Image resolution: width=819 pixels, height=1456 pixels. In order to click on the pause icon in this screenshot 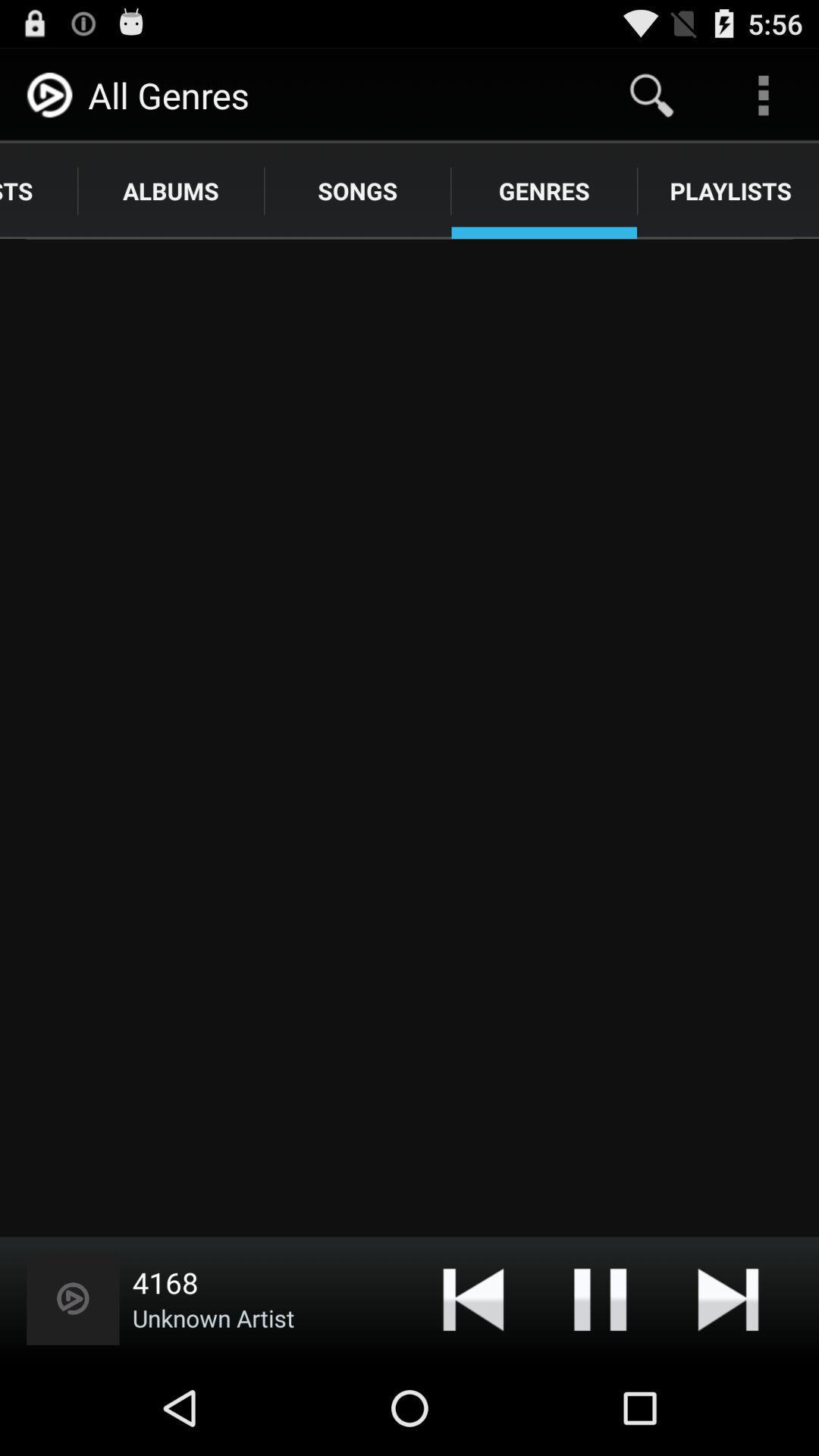, I will do `click(599, 1389)`.